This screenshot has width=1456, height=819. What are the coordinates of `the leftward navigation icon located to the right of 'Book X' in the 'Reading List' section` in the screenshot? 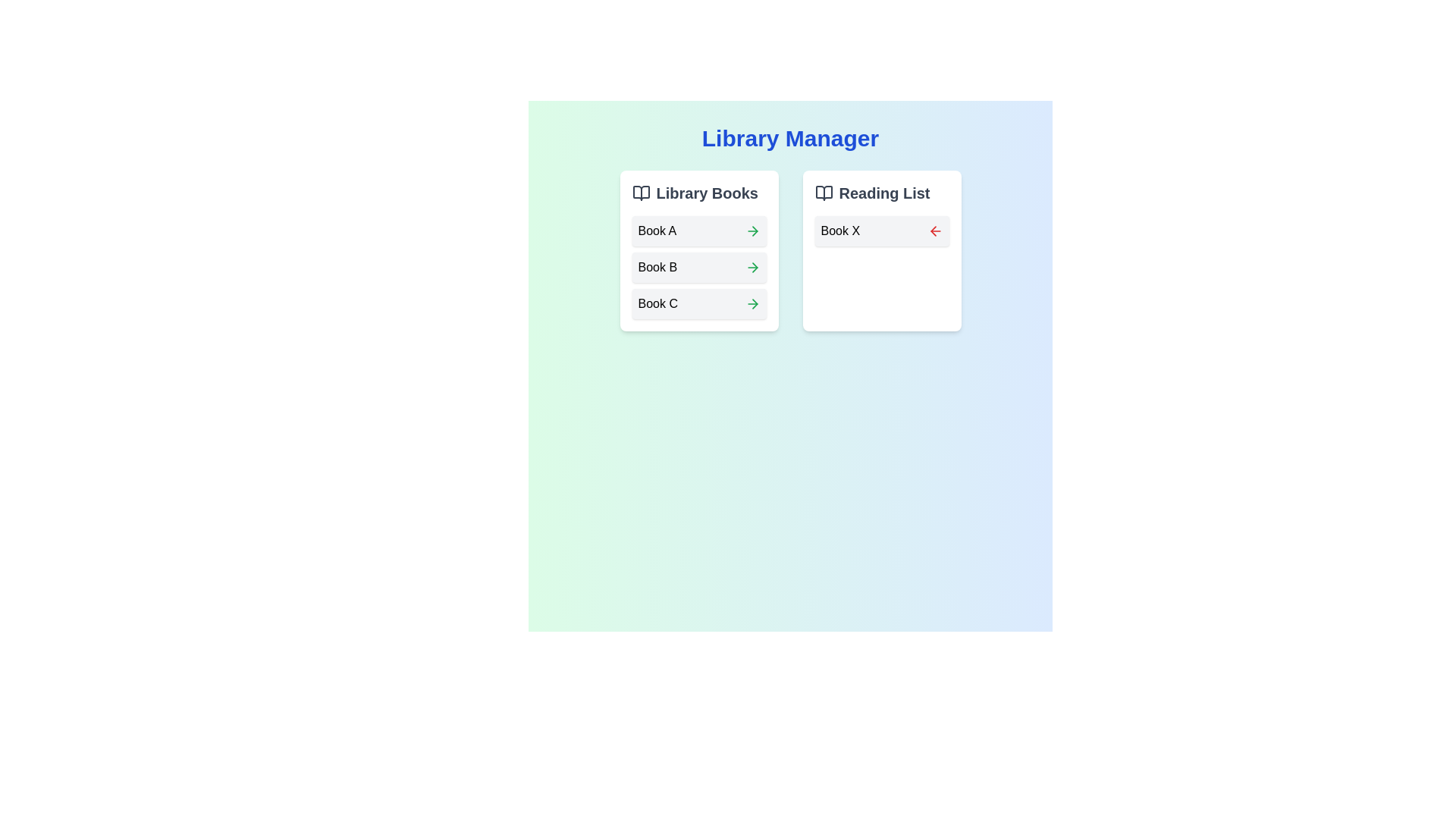 It's located at (932, 231).